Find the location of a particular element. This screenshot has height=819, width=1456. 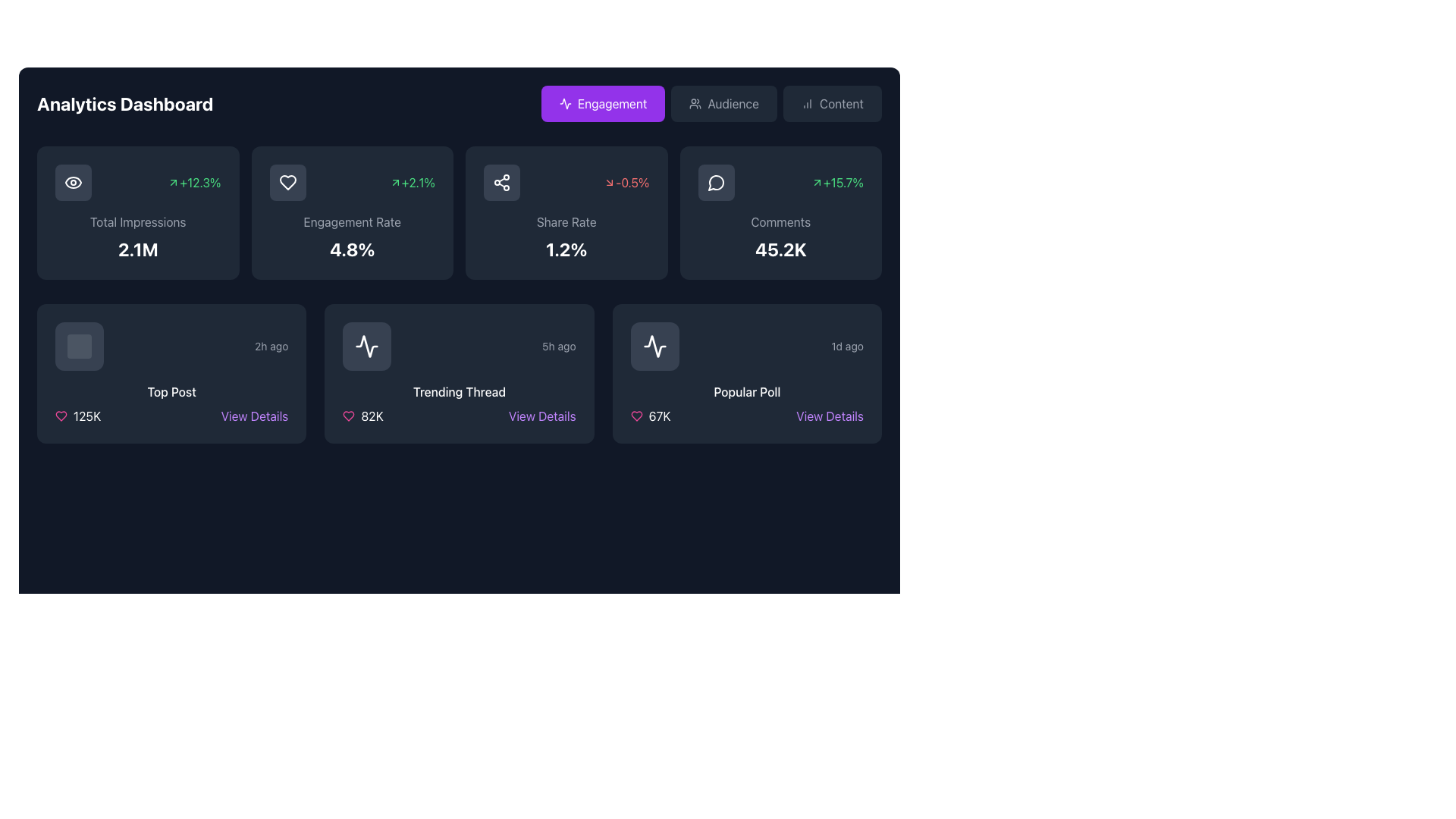

the icon within the 'Content' button located in the top-right section of the interface, which visually represents the concept of content is located at coordinates (807, 103).